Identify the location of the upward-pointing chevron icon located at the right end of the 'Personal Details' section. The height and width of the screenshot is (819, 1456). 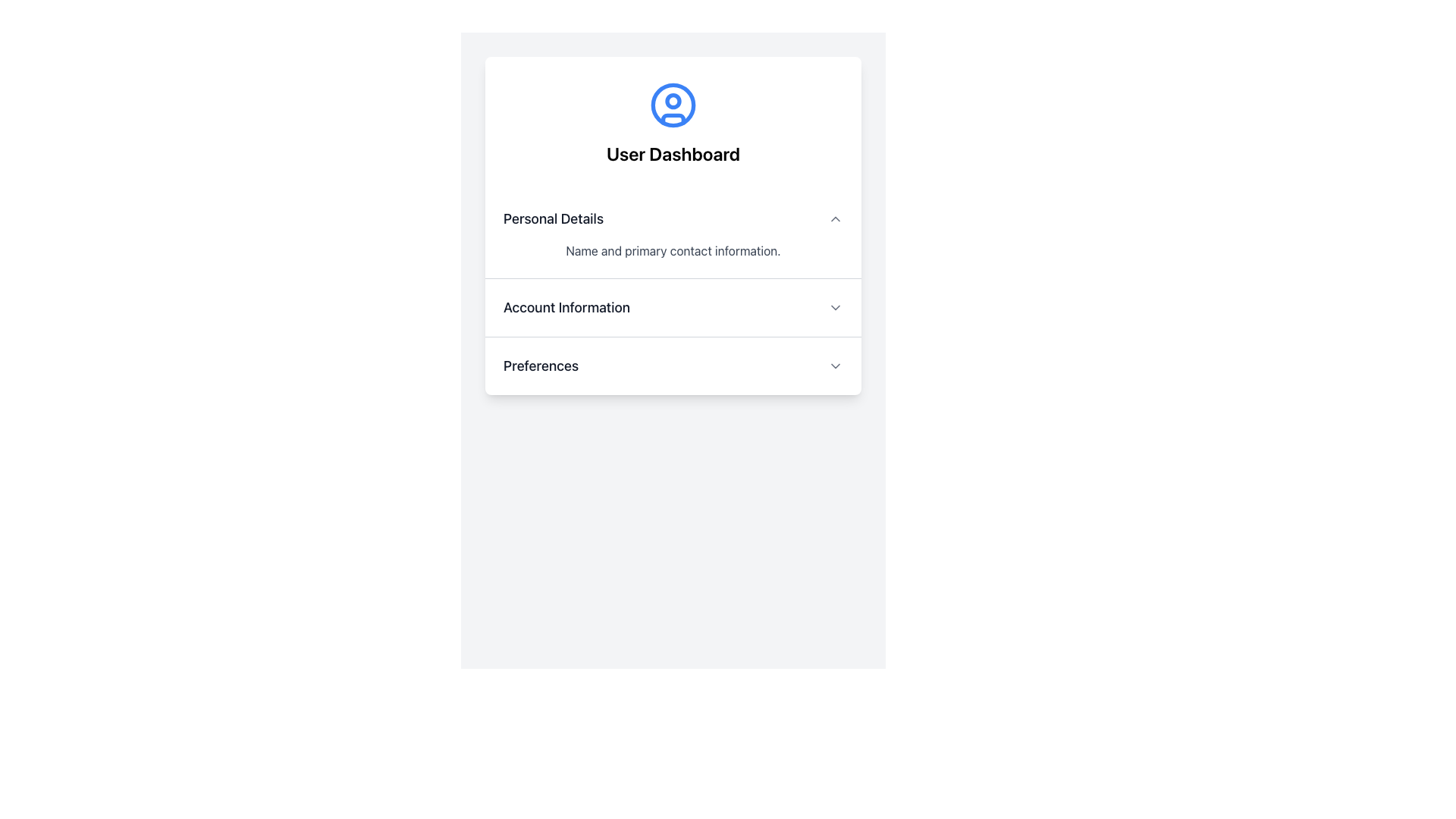
(835, 219).